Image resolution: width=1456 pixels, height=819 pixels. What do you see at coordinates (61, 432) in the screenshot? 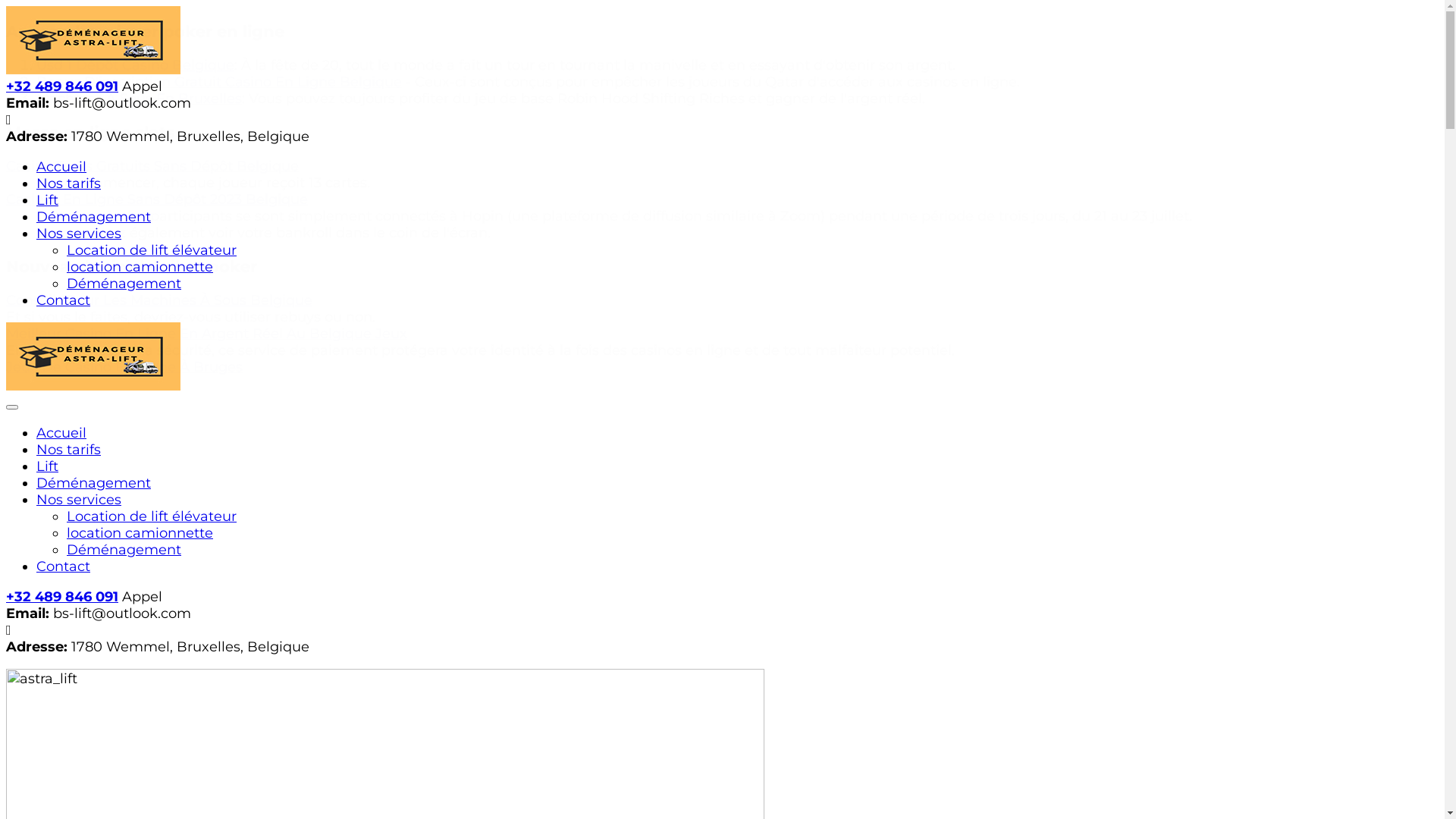
I see `'Accueil'` at bounding box center [61, 432].